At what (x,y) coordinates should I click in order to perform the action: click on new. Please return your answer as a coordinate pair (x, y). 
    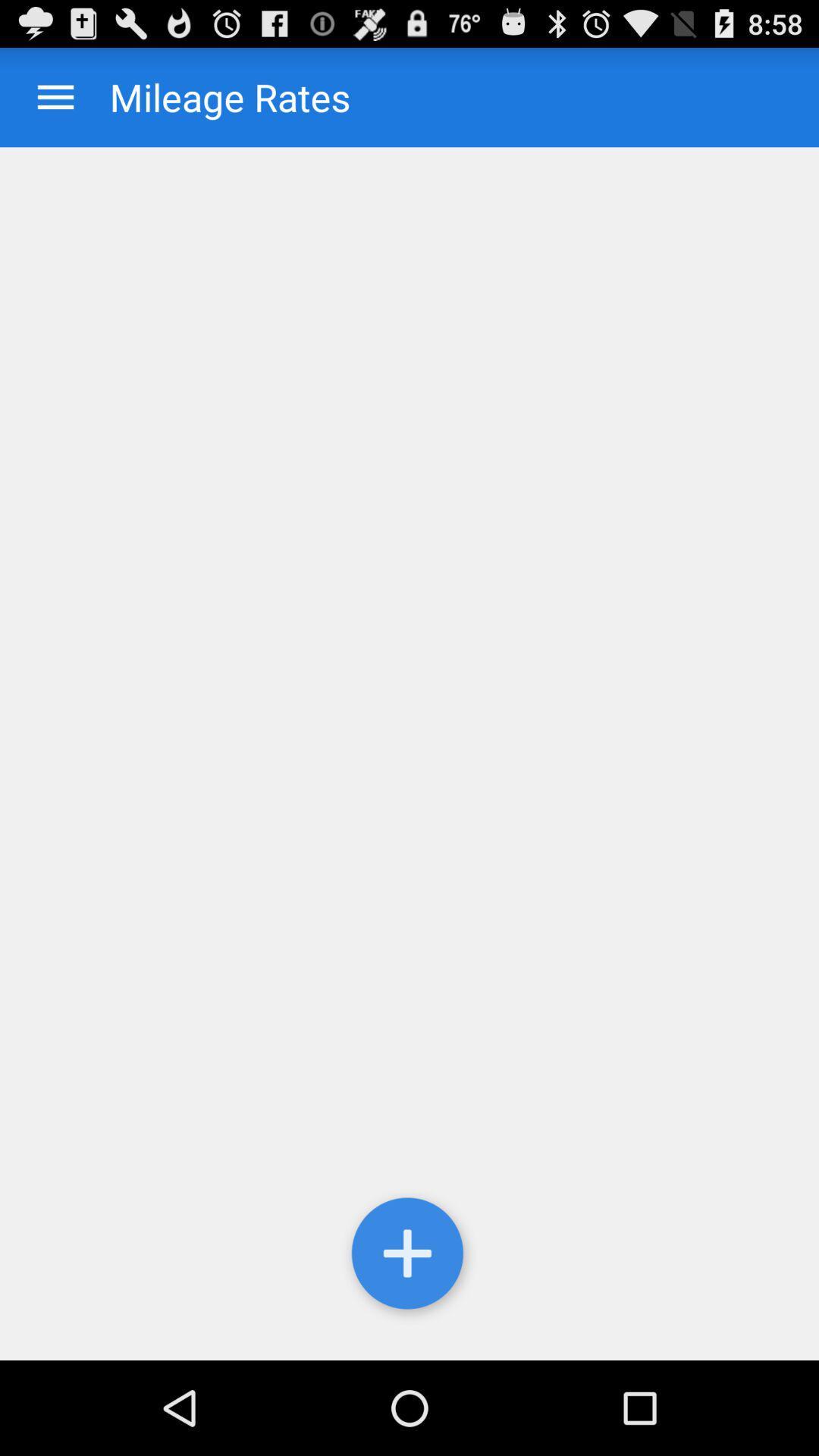
    Looking at the image, I should click on (409, 1257).